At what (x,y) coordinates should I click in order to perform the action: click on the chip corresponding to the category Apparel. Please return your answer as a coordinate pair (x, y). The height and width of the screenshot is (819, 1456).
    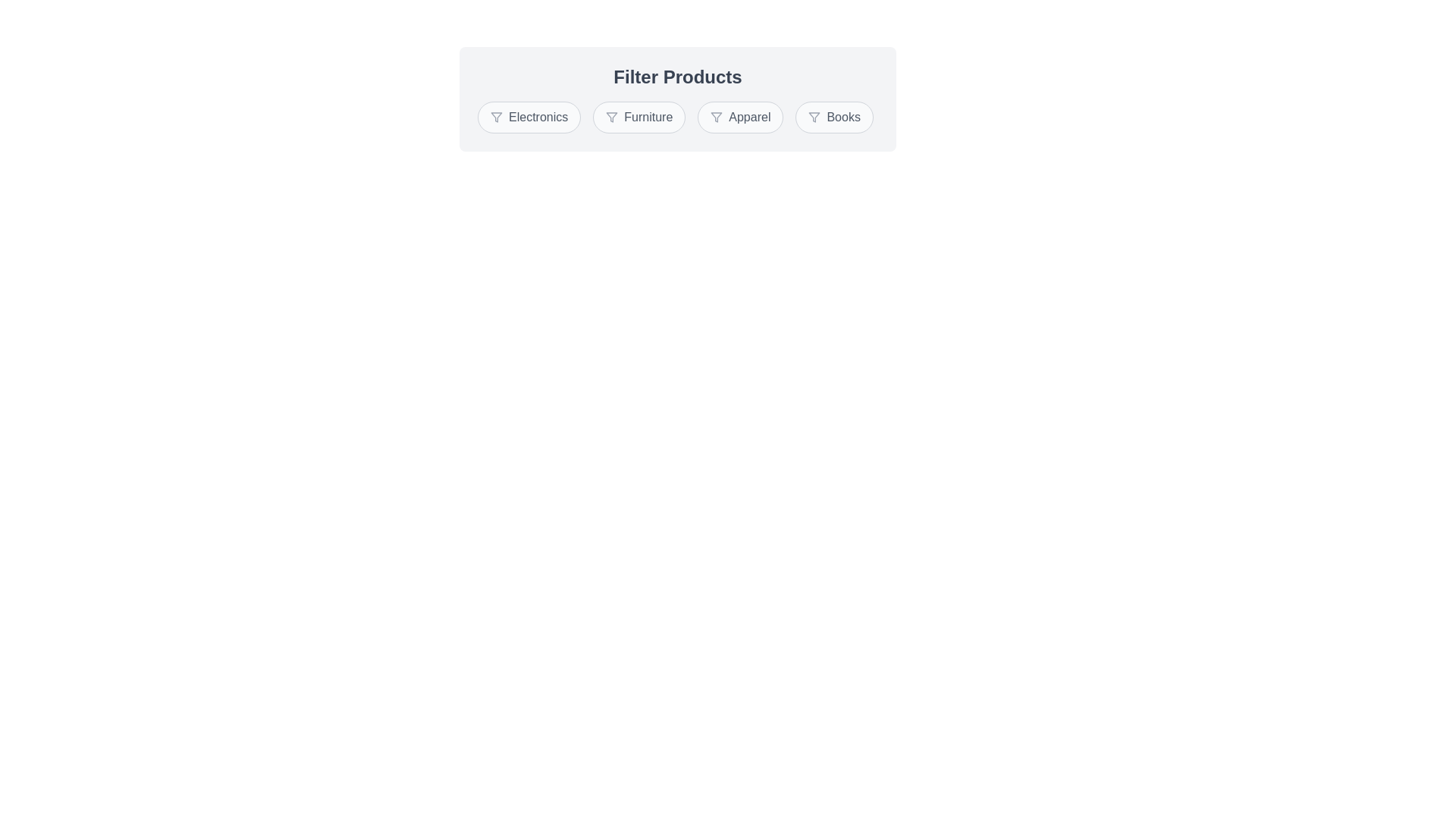
    Looking at the image, I should click on (740, 116).